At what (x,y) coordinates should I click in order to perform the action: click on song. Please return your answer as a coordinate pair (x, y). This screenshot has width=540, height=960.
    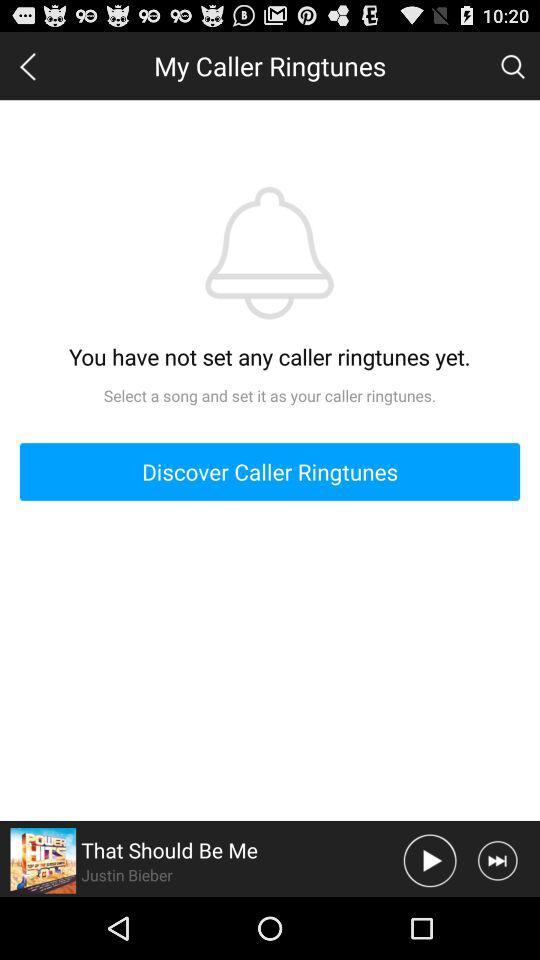
    Looking at the image, I should click on (429, 859).